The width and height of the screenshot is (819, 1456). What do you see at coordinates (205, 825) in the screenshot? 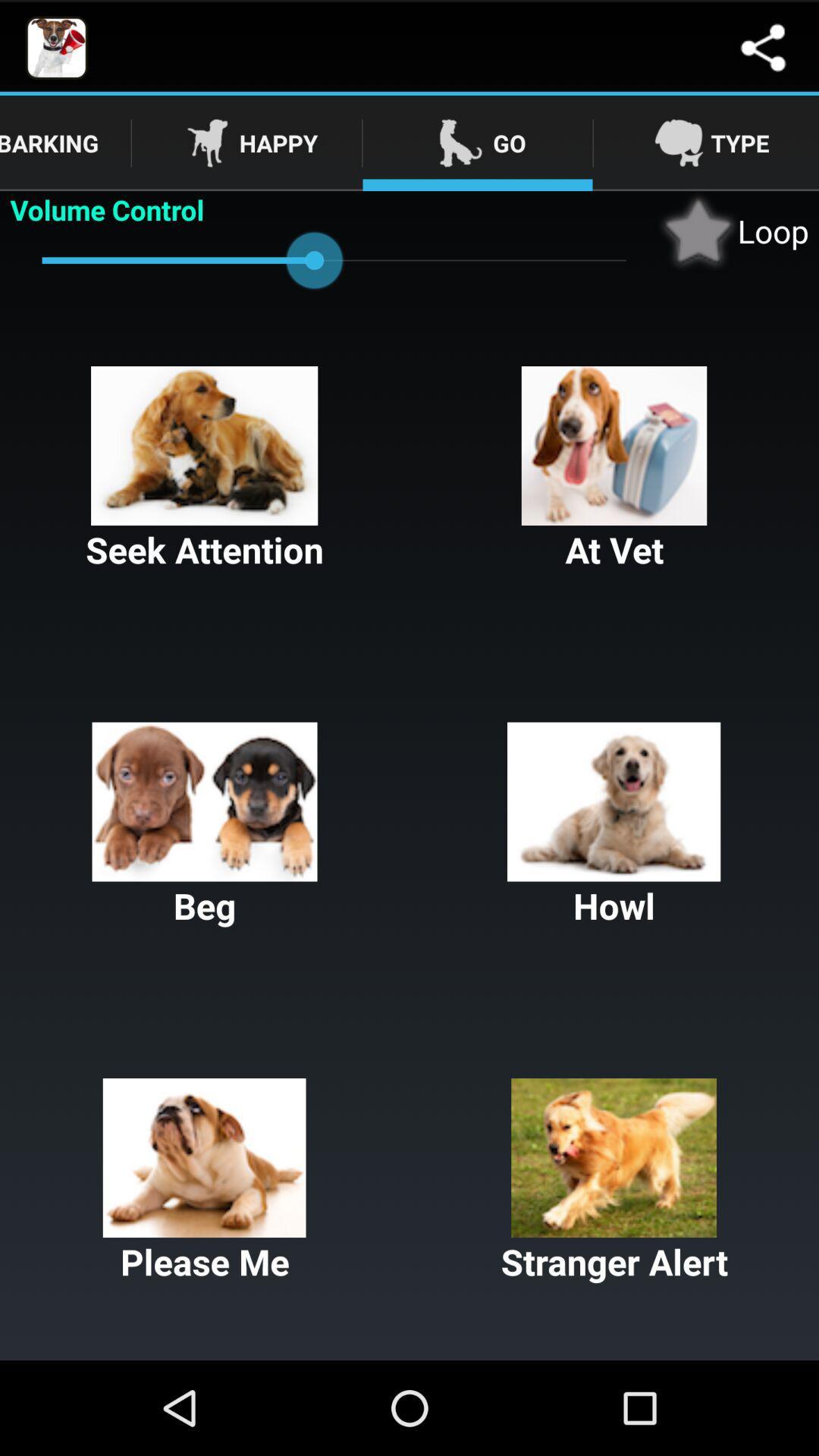
I see `the beg item` at bounding box center [205, 825].